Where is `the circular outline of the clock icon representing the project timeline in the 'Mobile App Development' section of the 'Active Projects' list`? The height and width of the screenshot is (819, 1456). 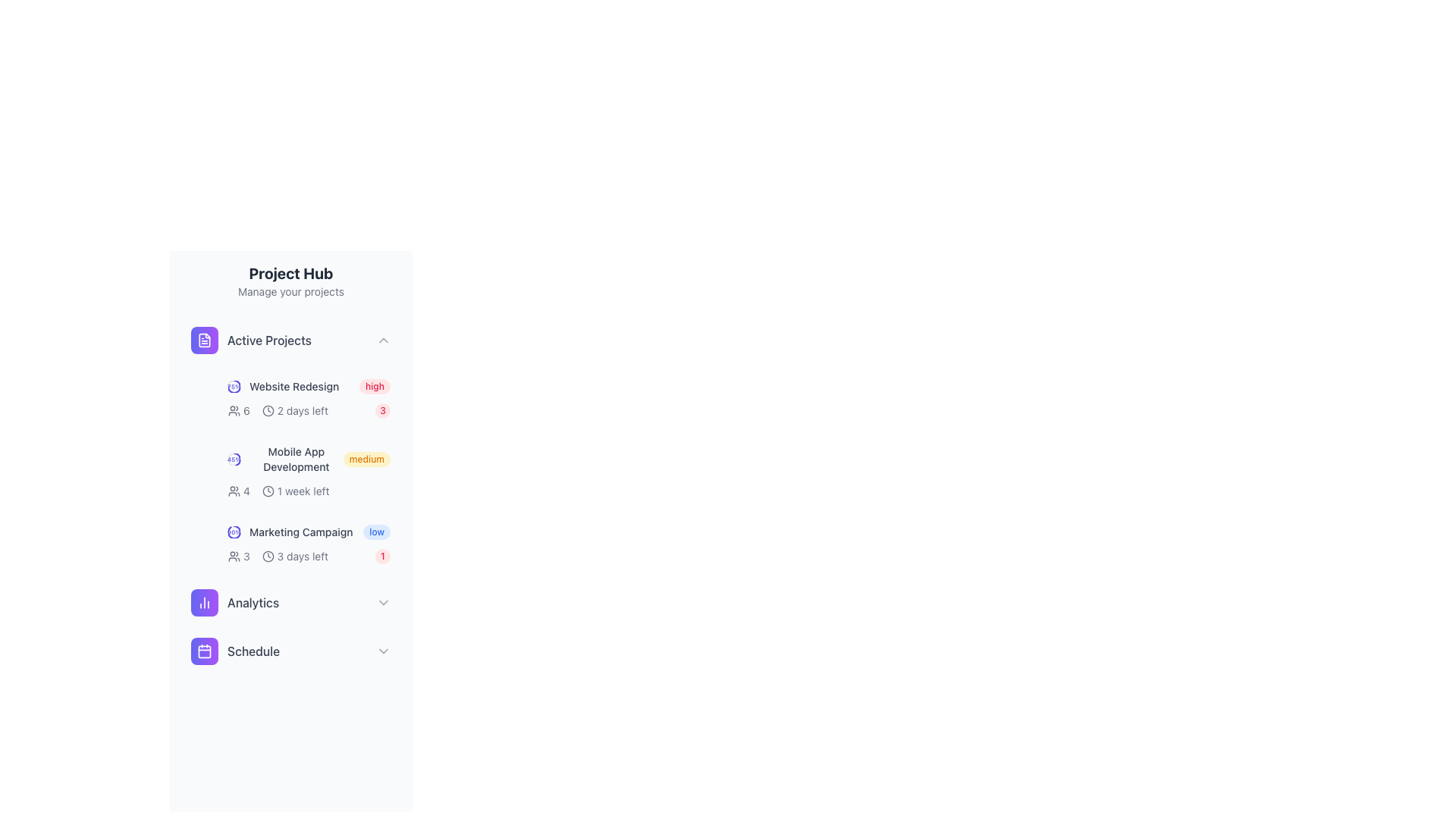 the circular outline of the clock icon representing the project timeline in the 'Mobile App Development' section of the 'Active Projects' list is located at coordinates (268, 491).